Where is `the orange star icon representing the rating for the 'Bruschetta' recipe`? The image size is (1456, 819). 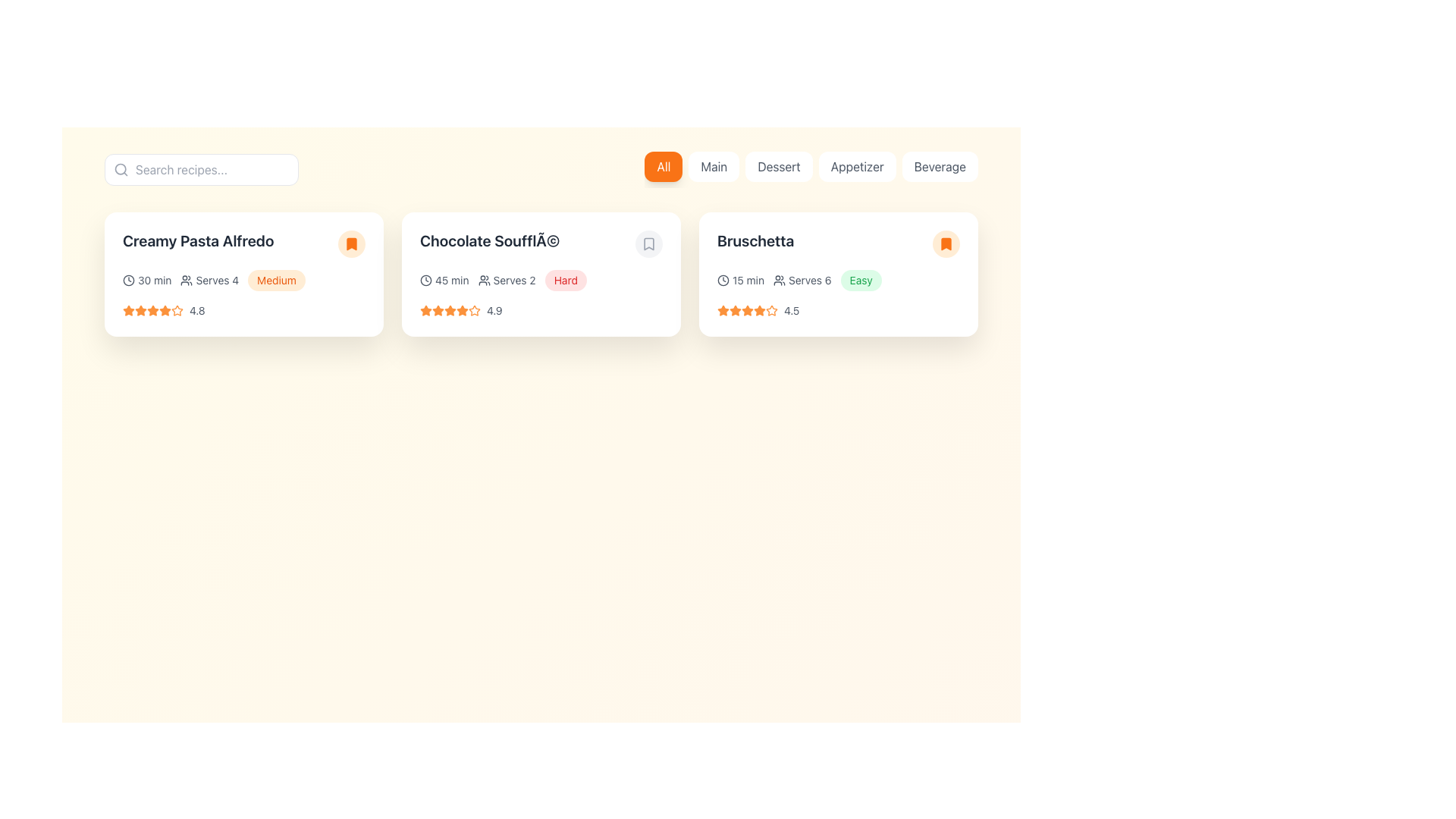
the orange star icon representing the rating for the 'Bruschetta' recipe is located at coordinates (771, 309).